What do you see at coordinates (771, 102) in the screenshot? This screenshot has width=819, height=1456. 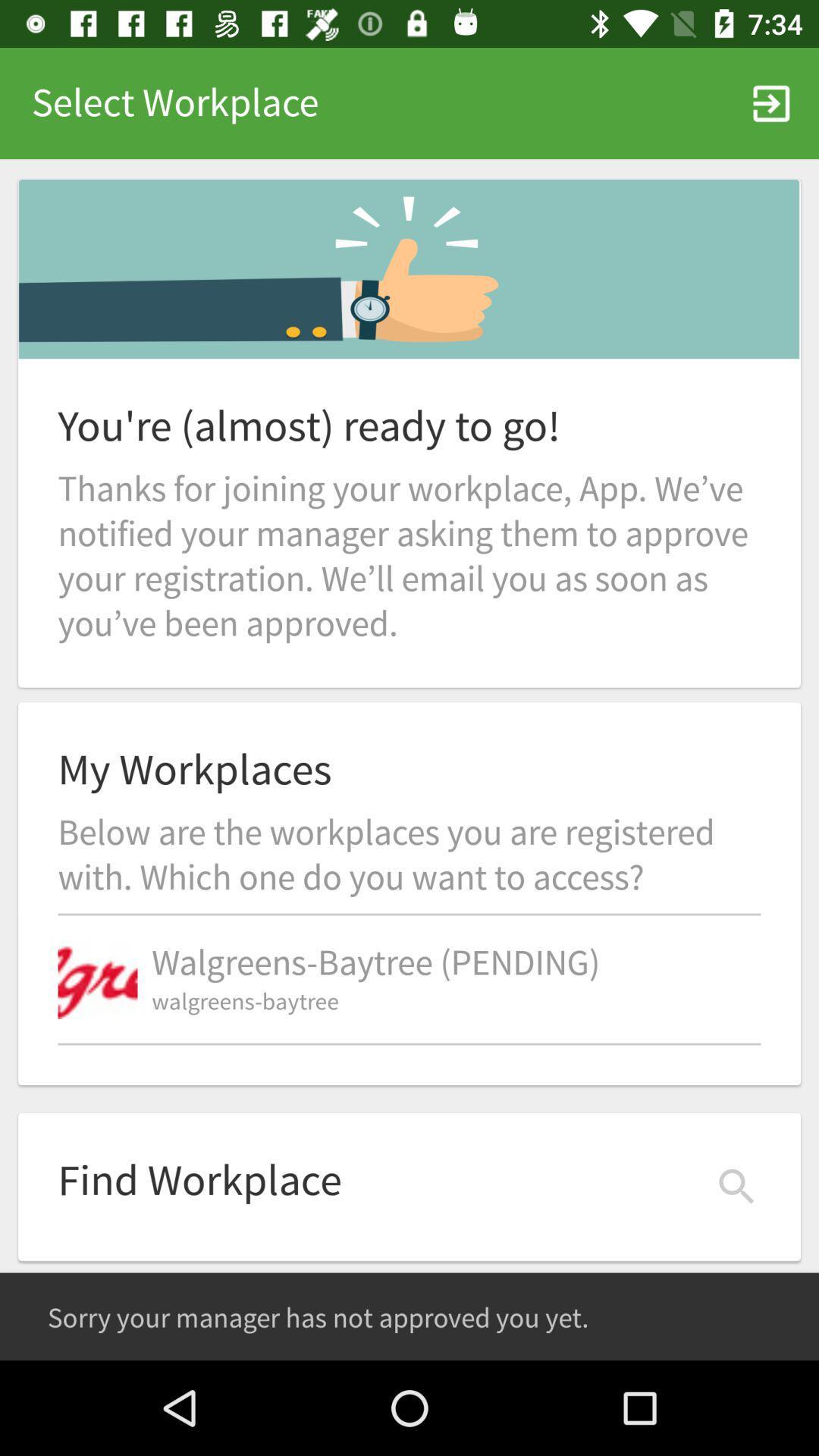 I see `item at the top right corner` at bounding box center [771, 102].